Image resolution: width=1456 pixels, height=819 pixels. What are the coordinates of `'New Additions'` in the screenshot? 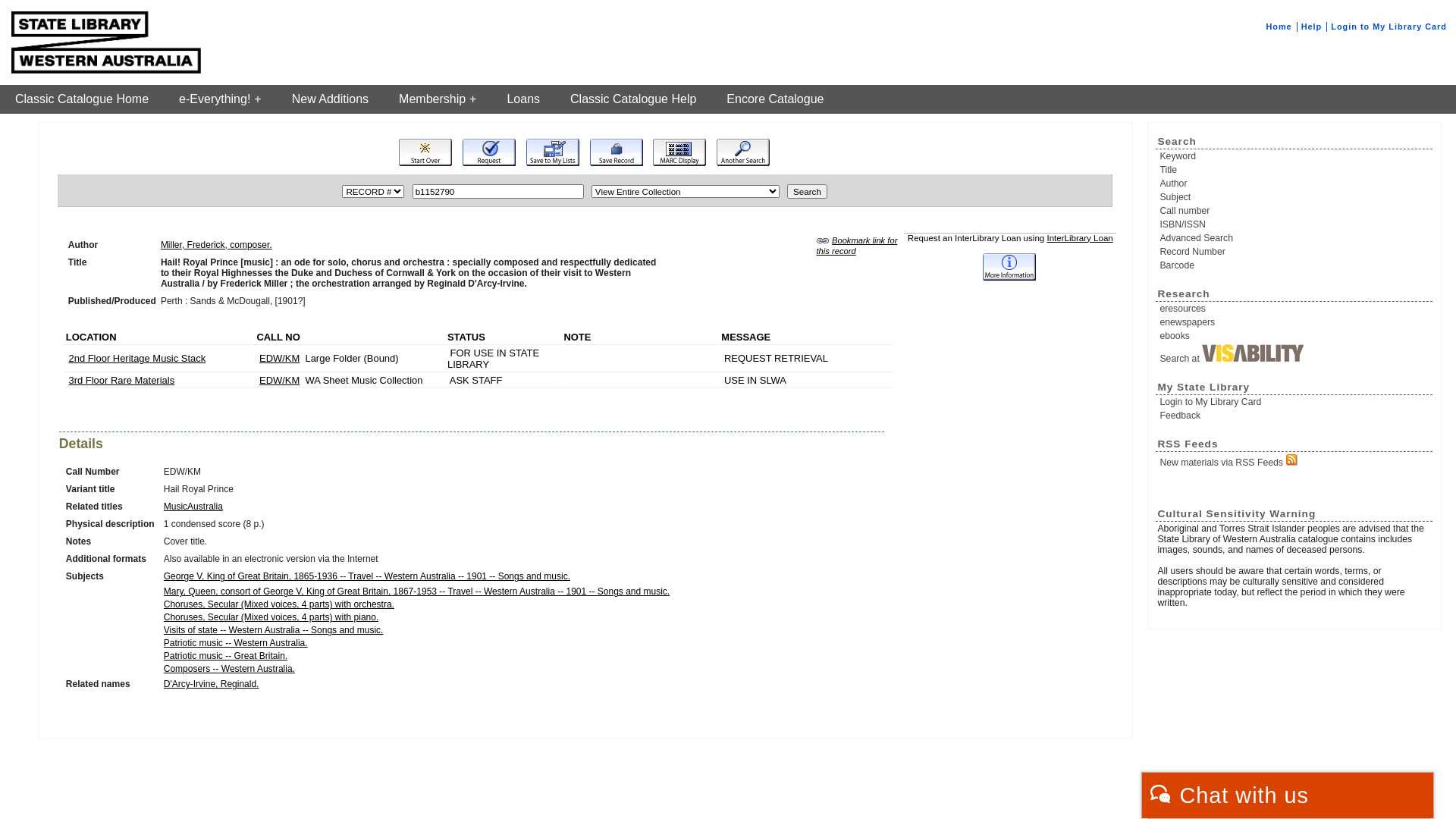 It's located at (329, 99).